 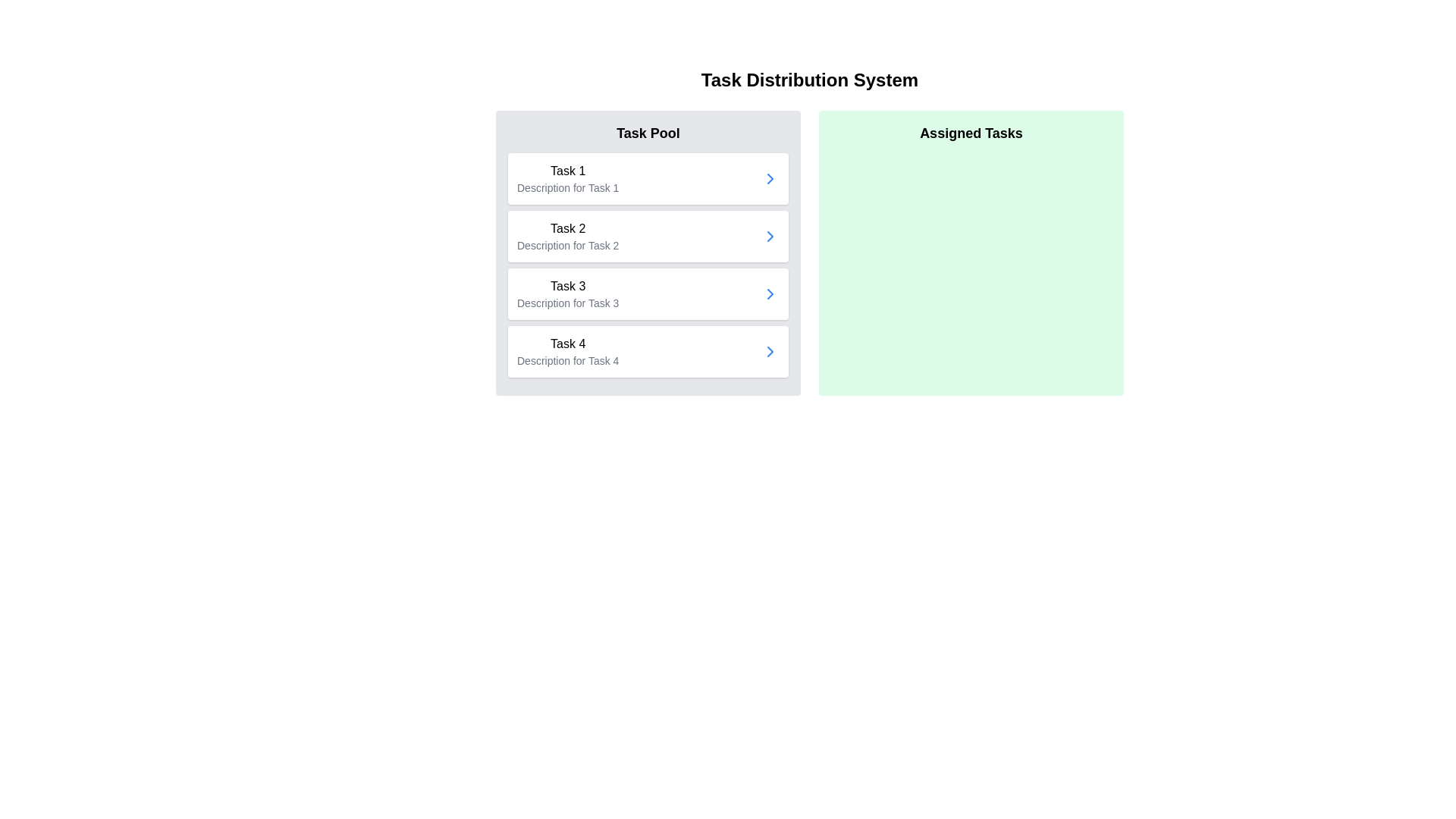 I want to click on the text label that displays the title of the second task in the task list, located in the 'Task Pool' section, so click(x=567, y=228).